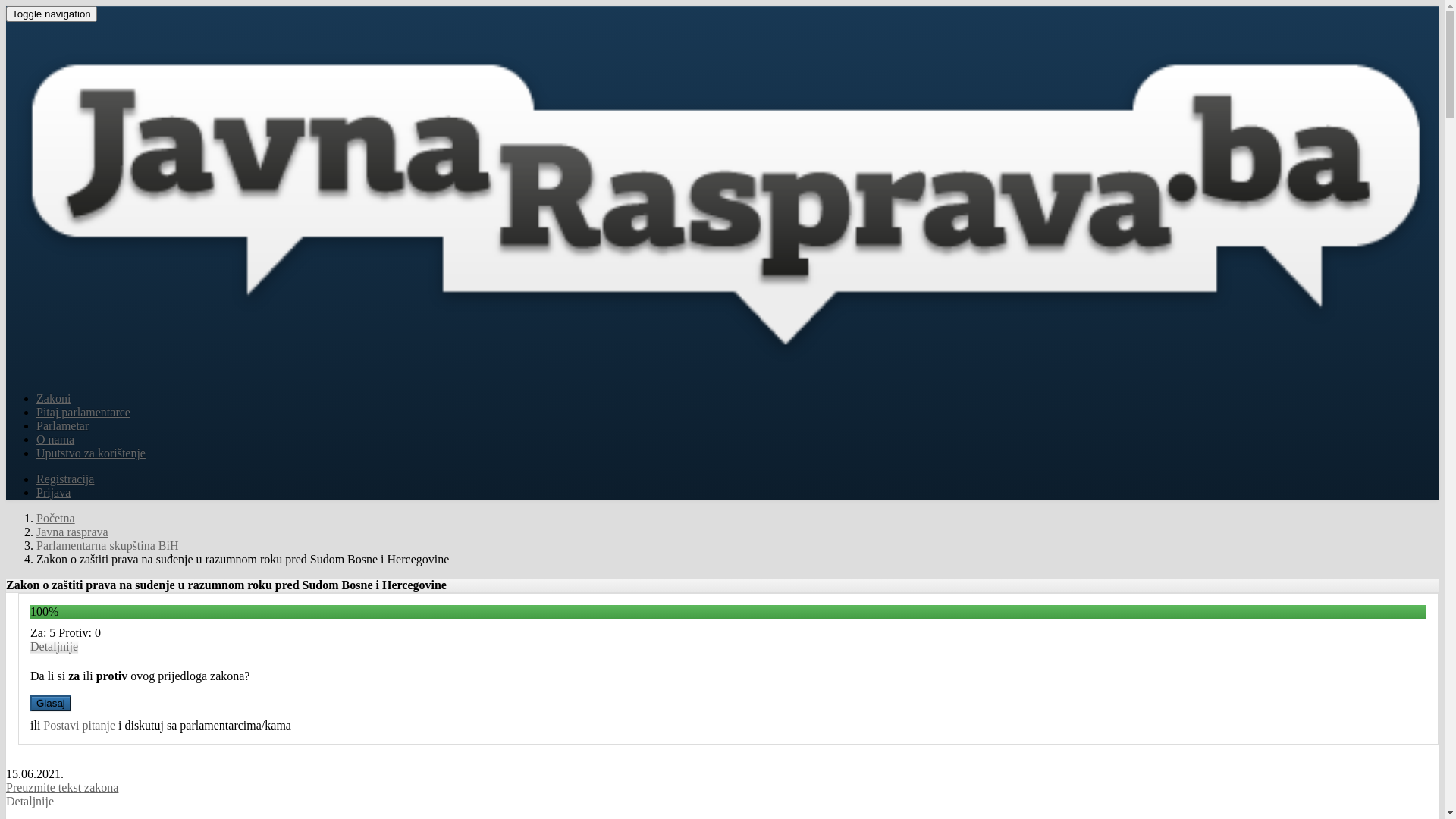 Image resolution: width=1456 pixels, height=819 pixels. What do you see at coordinates (53, 492) in the screenshot?
I see `'Prijava'` at bounding box center [53, 492].